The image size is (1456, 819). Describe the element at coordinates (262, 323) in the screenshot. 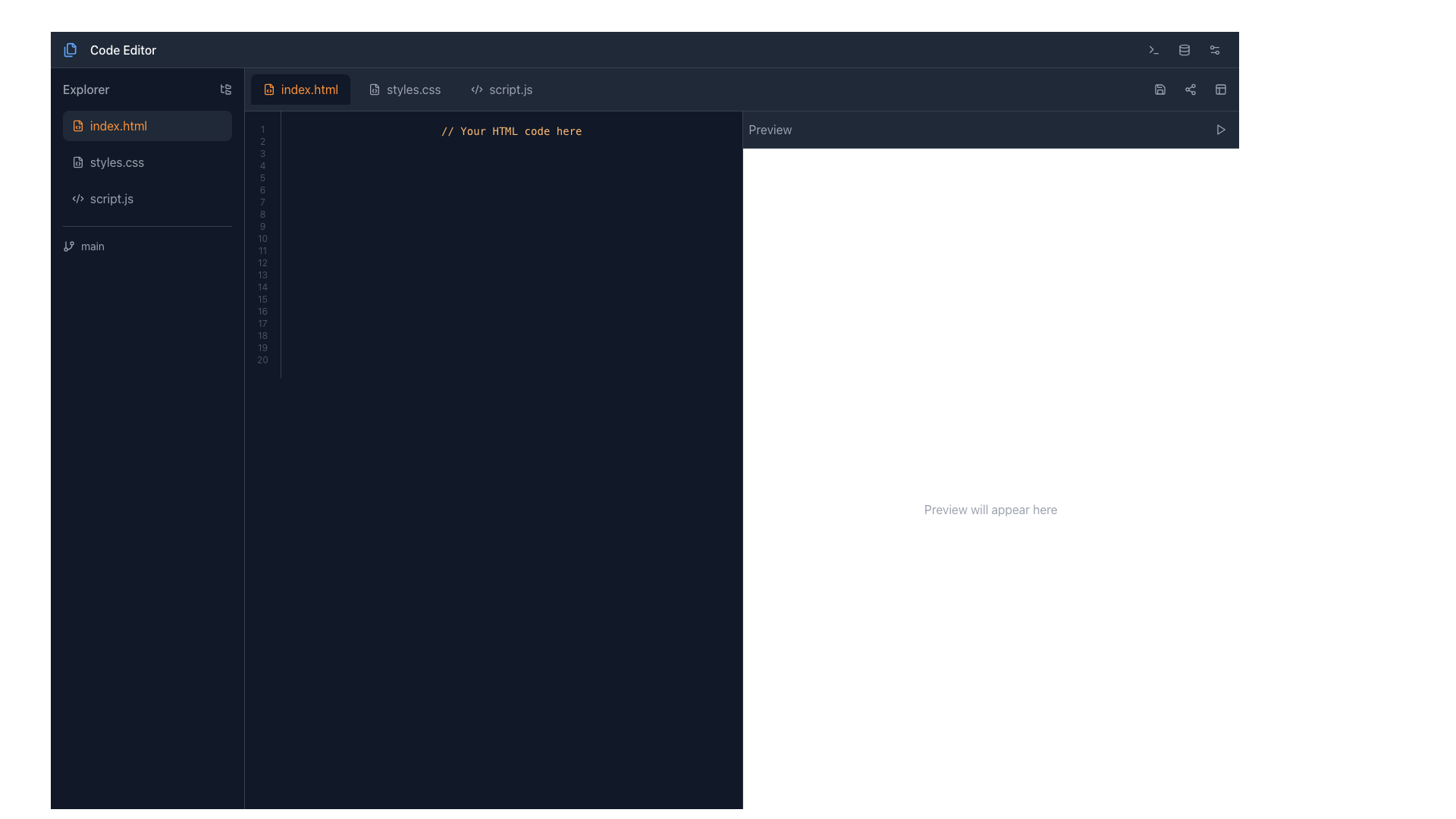

I see `the static text display showing the number '17', which is the 17th item in a vertical list of numeric elements located in the middle-right half of the interface` at that location.